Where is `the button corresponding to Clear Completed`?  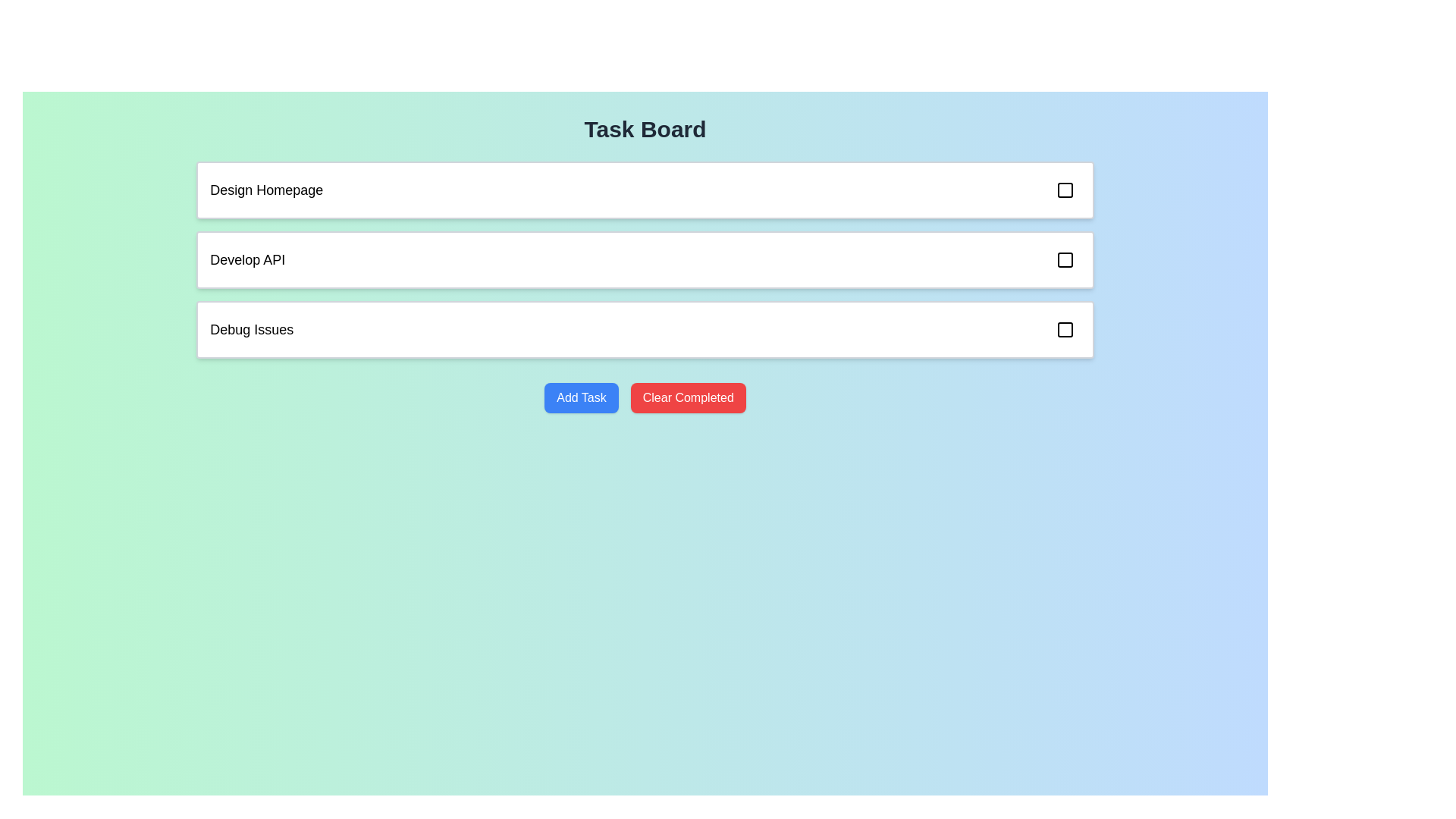
the button corresponding to Clear Completed is located at coordinates (687, 397).